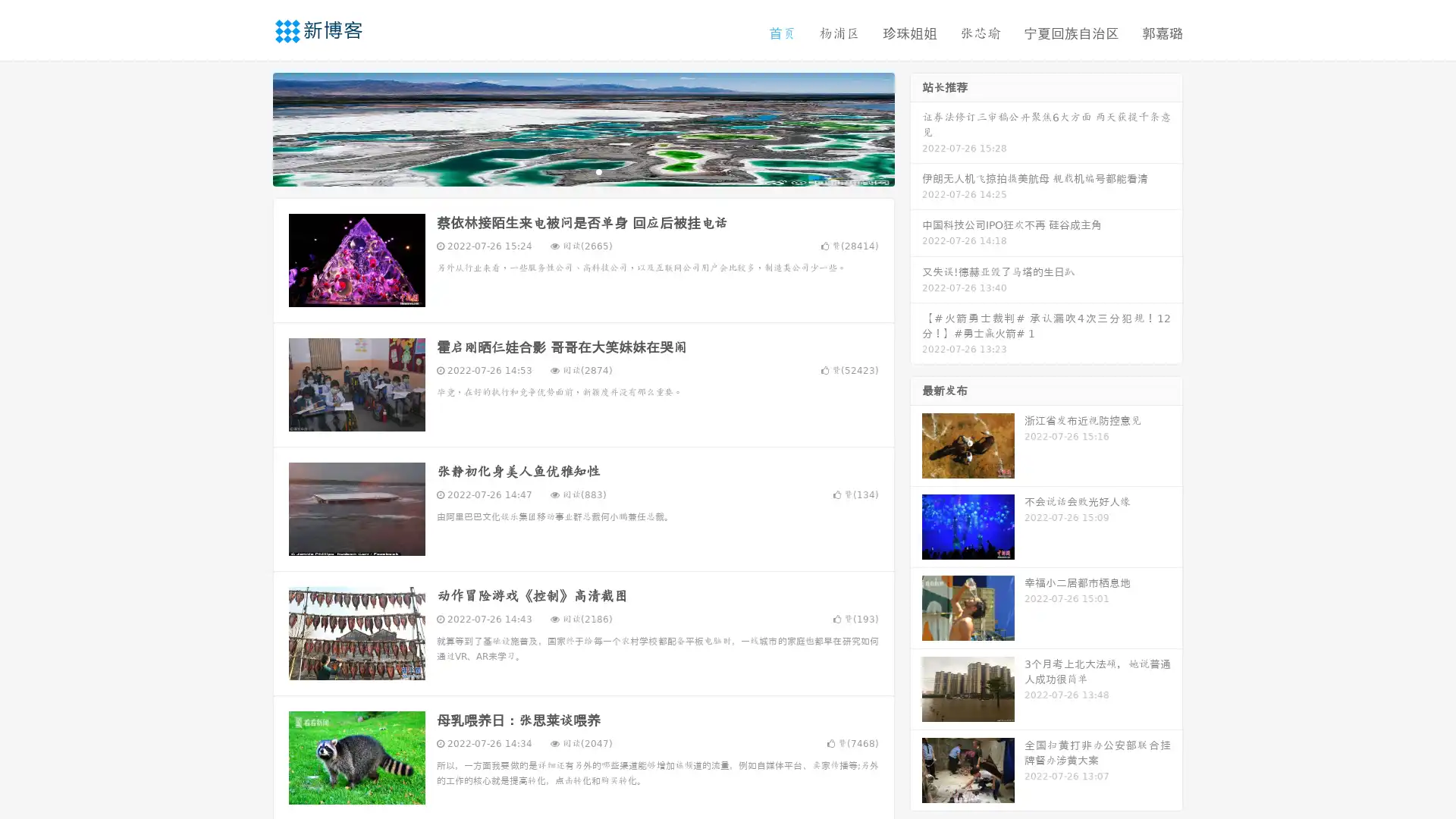  Describe the element at coordinates (567, 171) in the screenshot. I see `Go to slide 1` at that location.